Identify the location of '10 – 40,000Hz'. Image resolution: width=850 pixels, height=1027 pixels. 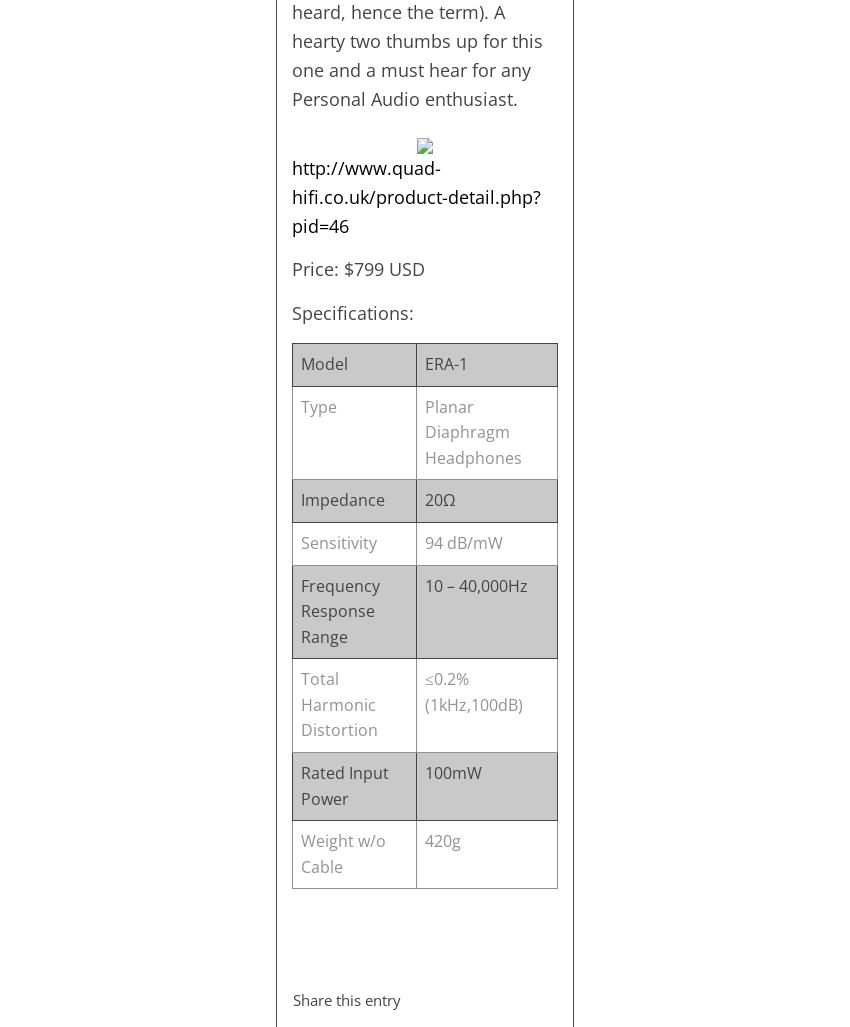
(423, 584).